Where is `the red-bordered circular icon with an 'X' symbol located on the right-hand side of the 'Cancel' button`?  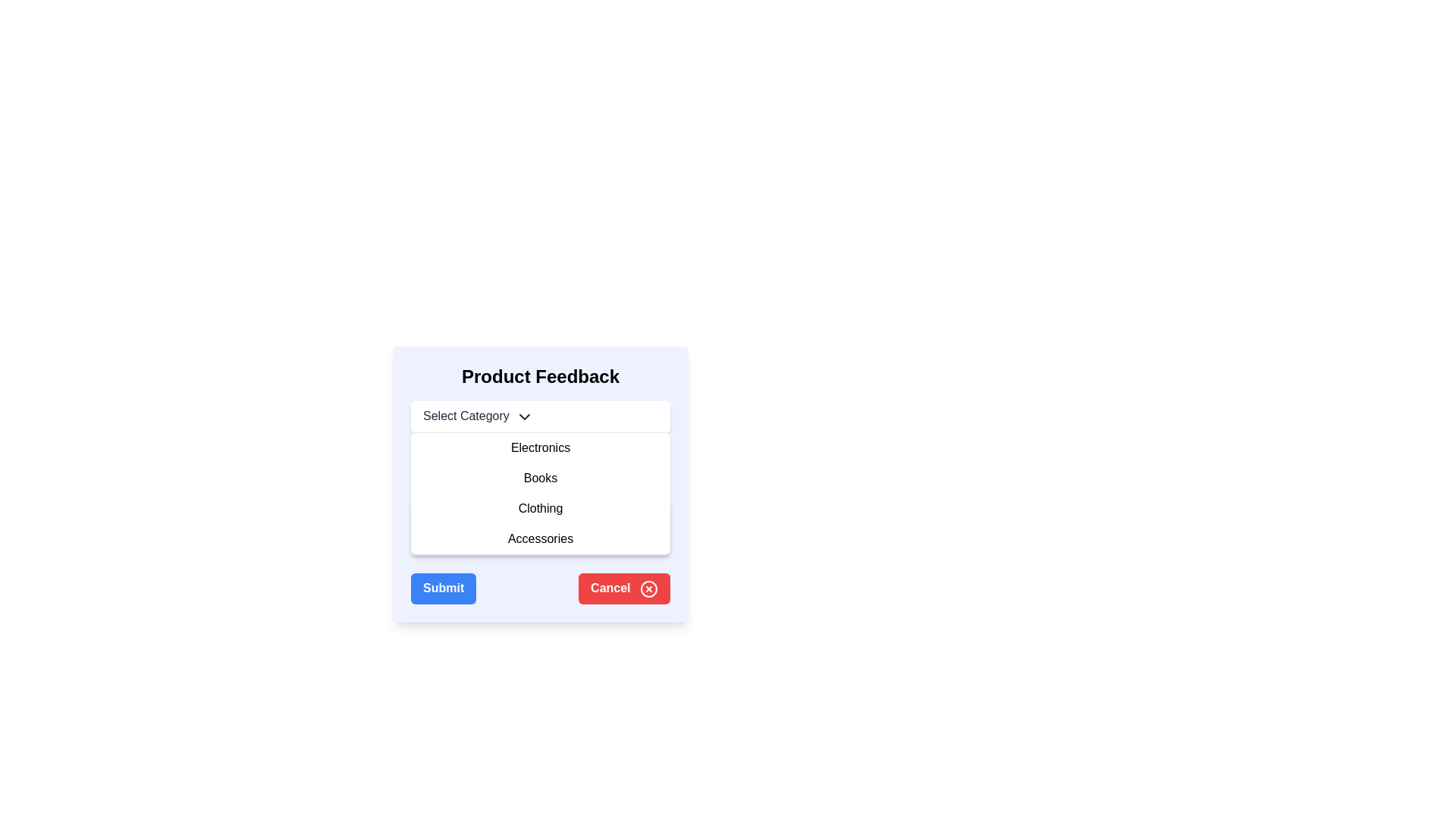
the red-bordered circular icon with an 'X' symbol located on the right-hand side of the 'Cancel' button is located at coordinates (648, 587).